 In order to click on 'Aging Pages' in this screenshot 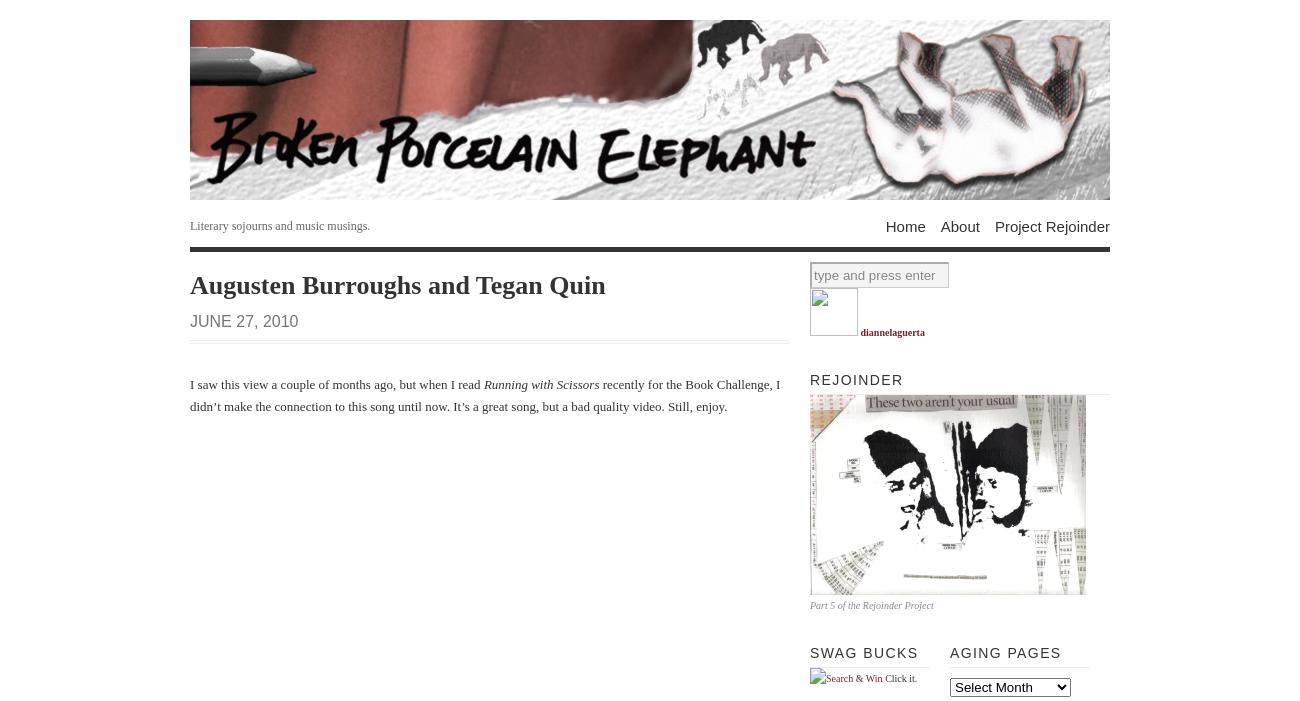, I will do `click(1004, 652)`.